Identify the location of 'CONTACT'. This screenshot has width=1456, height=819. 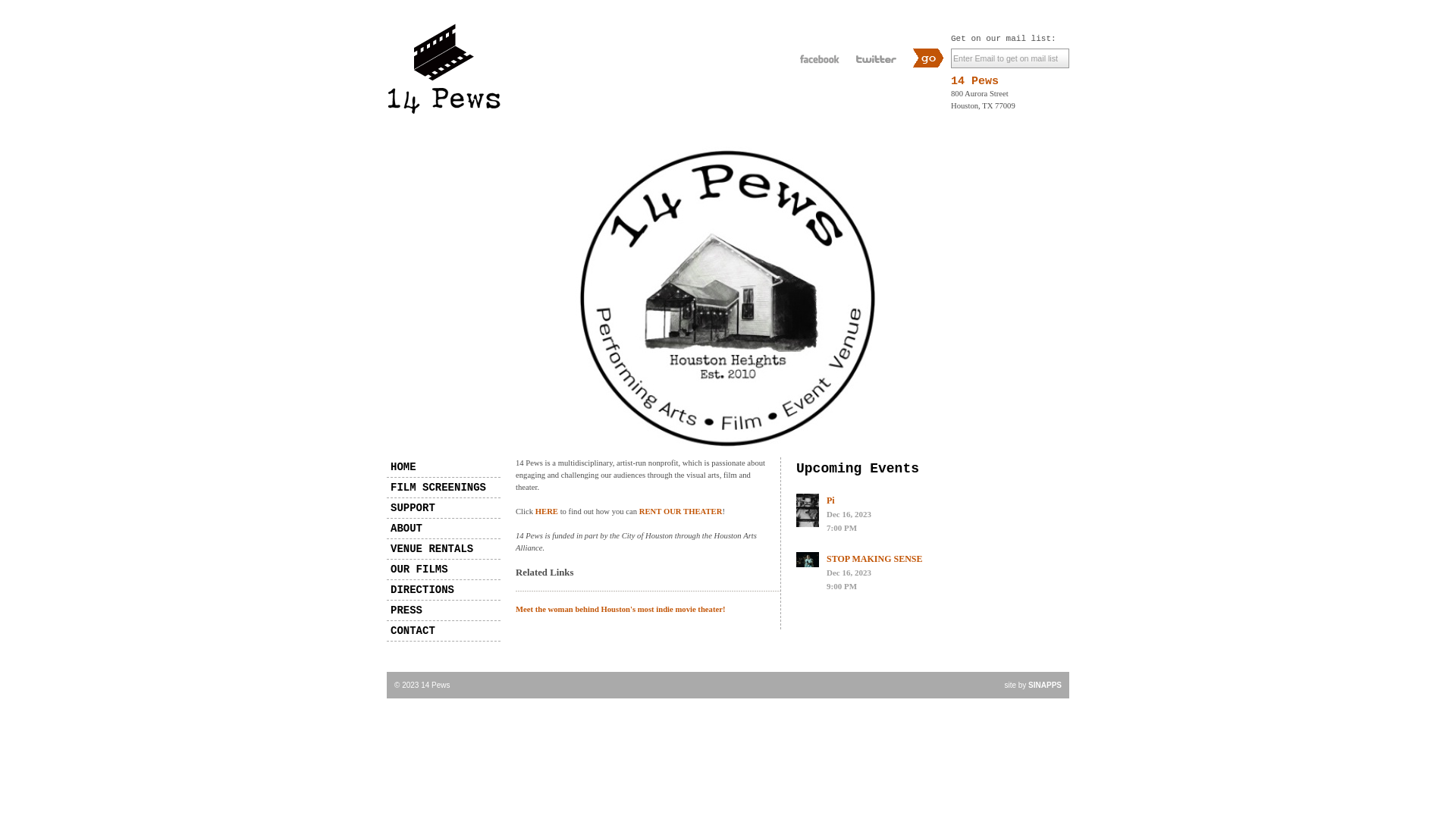
(443, 631).